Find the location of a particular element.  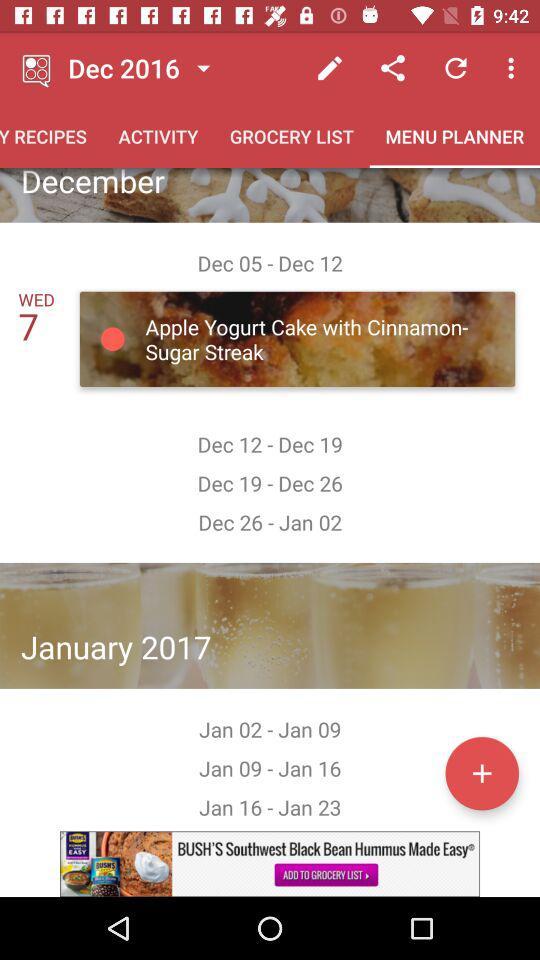

the add icon is located at coordinates (481, 772).